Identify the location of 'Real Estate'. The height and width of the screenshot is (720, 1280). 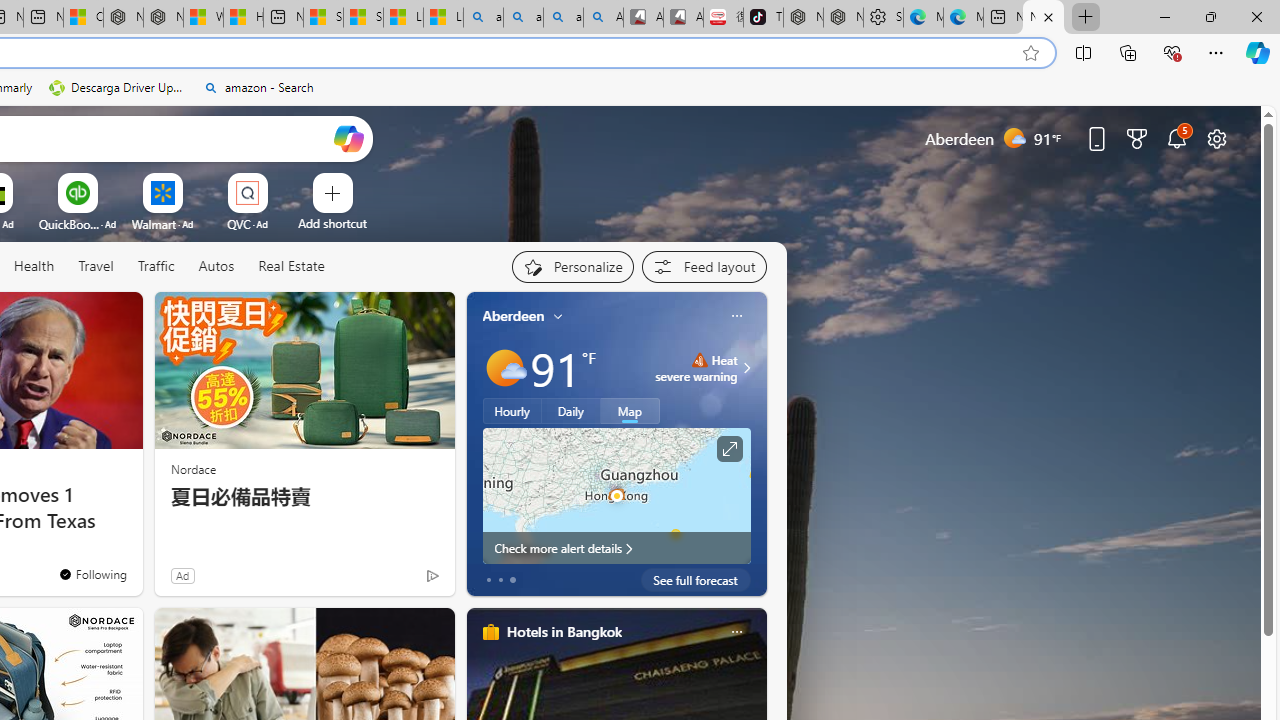
(290, 266).